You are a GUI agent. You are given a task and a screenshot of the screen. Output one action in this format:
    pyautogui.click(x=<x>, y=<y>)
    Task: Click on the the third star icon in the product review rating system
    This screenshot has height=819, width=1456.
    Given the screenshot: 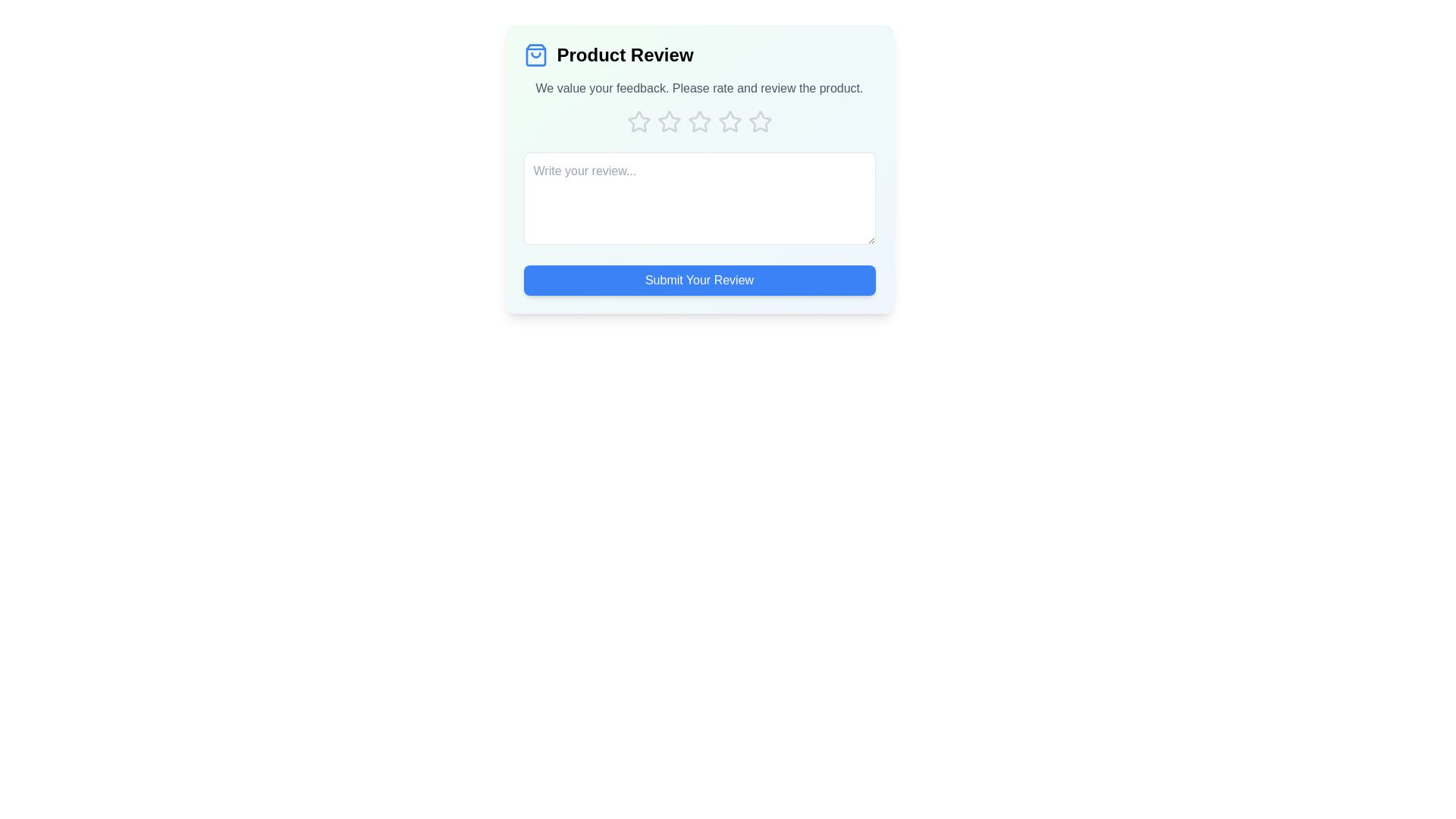 What is the action you would take?
    pyautogui.click(x=698, y=120)
    